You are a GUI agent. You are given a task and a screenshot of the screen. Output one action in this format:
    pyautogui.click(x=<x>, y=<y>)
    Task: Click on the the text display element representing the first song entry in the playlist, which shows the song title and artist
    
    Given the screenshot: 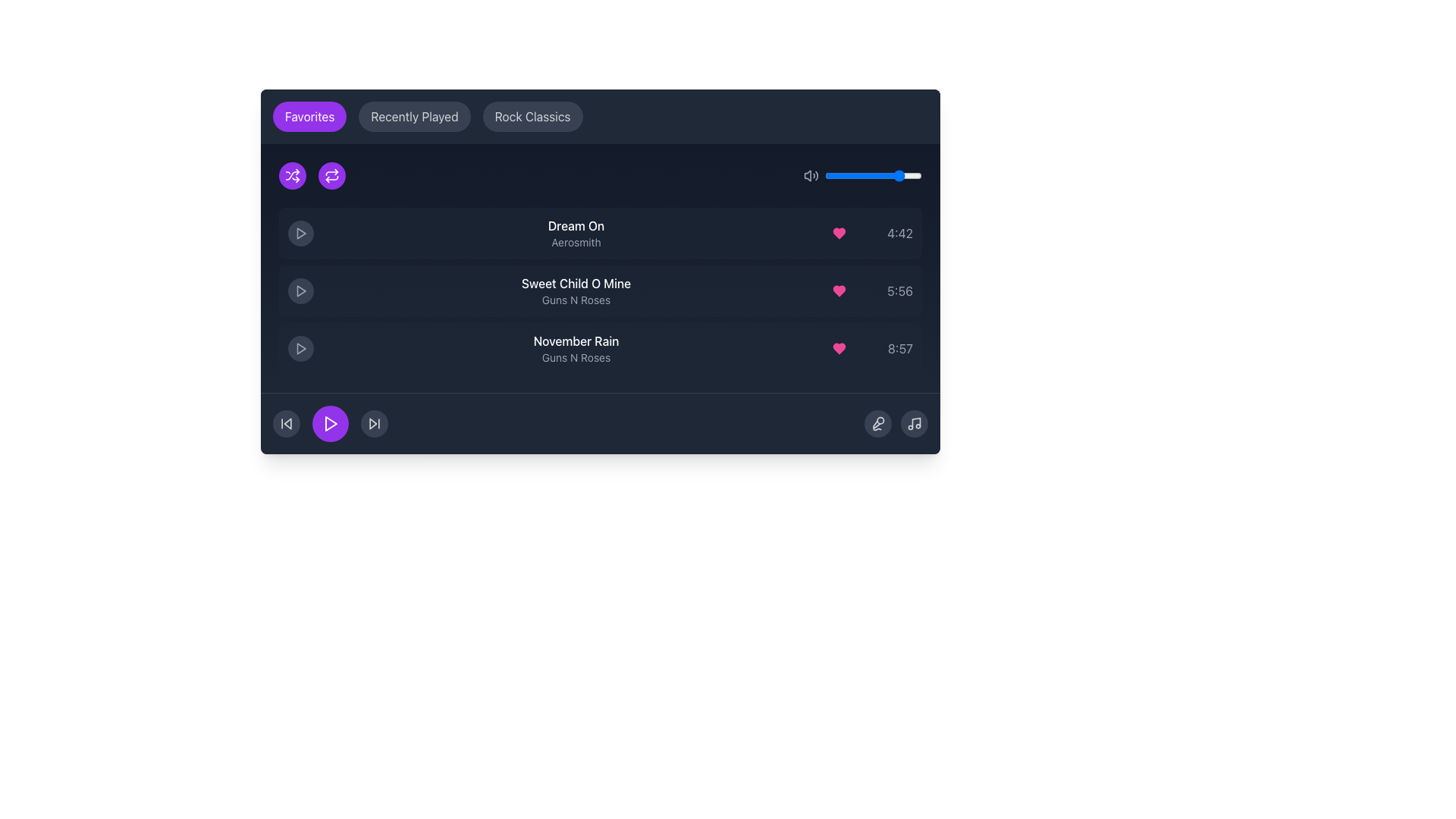 What is the action you would take?
    pyautogui.click(x=575, y=234)
    